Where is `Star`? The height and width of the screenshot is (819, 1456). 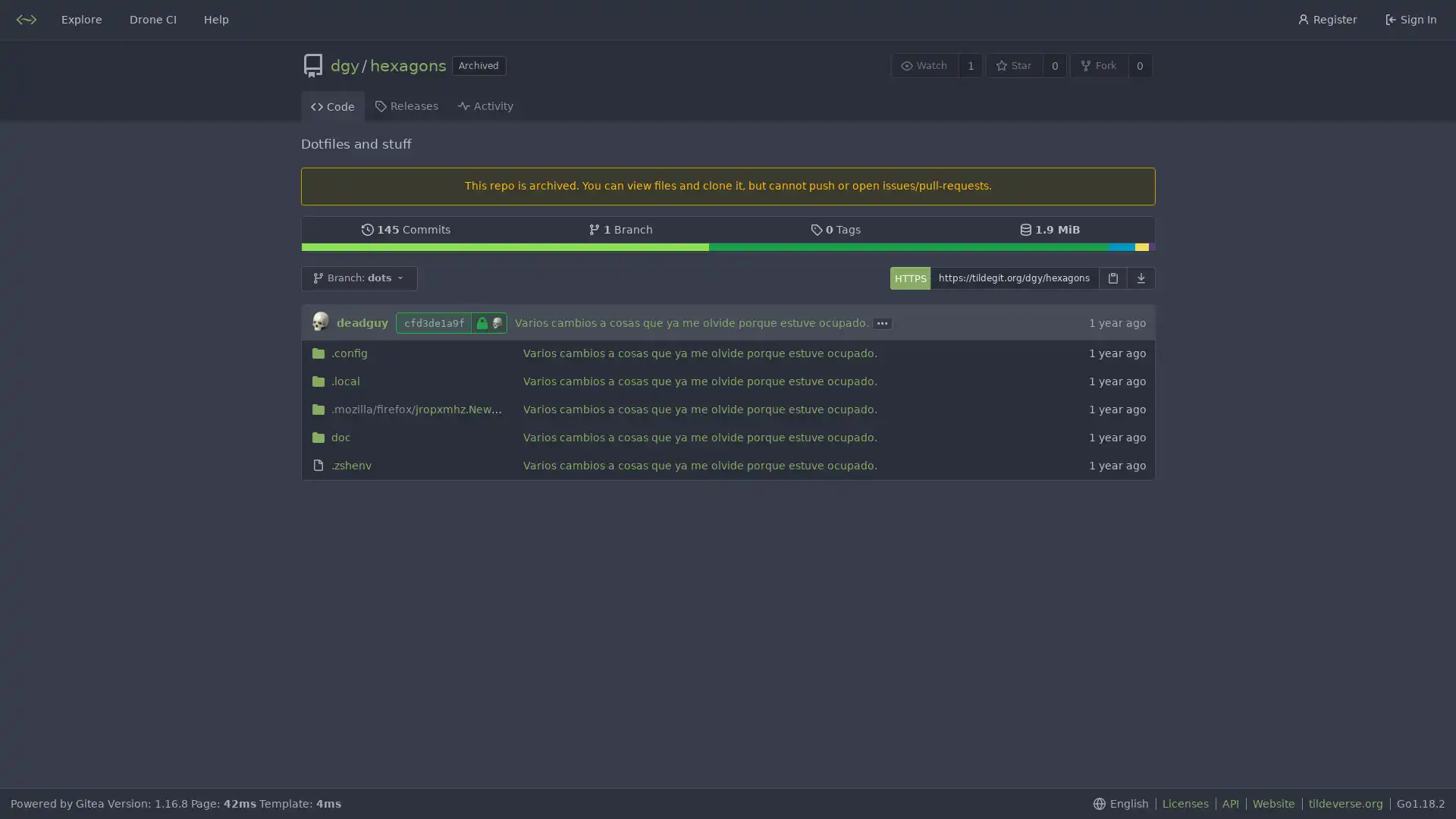 Star is located at coordinates (1014, 64).